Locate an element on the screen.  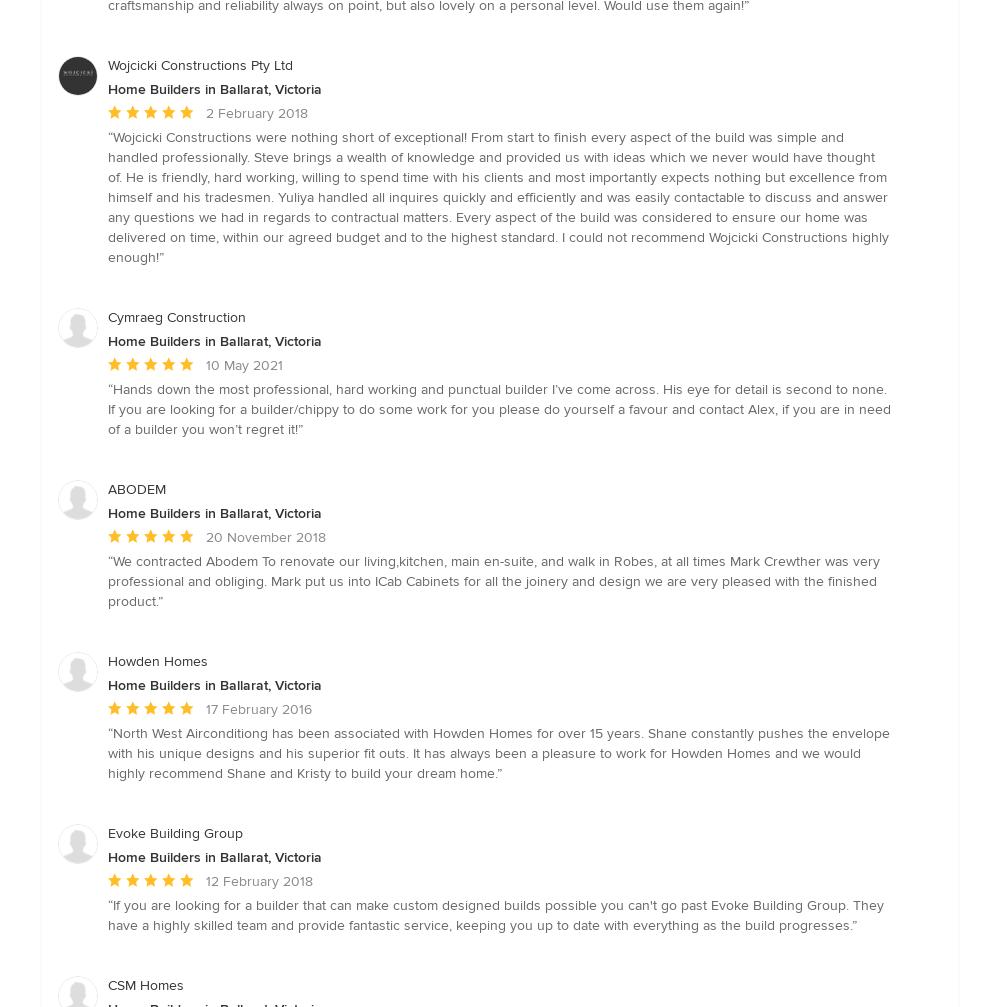
'North West Airconditiong has been associated with Howden Homes for over 15 years.
Shane constantly pushes the envelope with his unique designs and his superior fit outs.
It has always been a pleasure to work for Howden Homes and we would highly recommend Shane and Kristy to build your dream home.' is located at coordinates (498, 751).